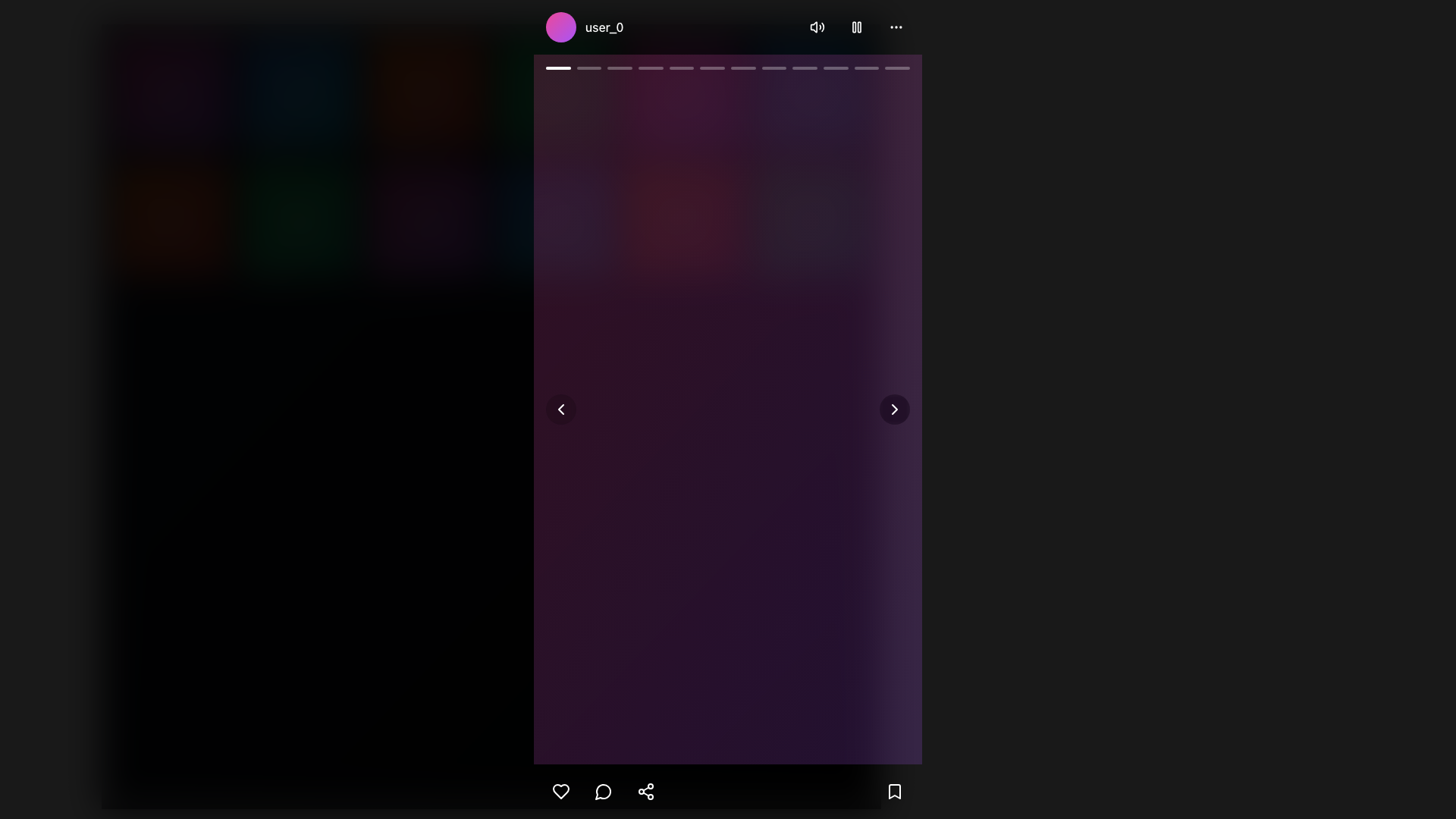 Image resolution: width=1456 pixels, height=819 pixels. Describe the element at coordinates (603, 791) in the screenshot. I see `the message-related icon button located` at that location.